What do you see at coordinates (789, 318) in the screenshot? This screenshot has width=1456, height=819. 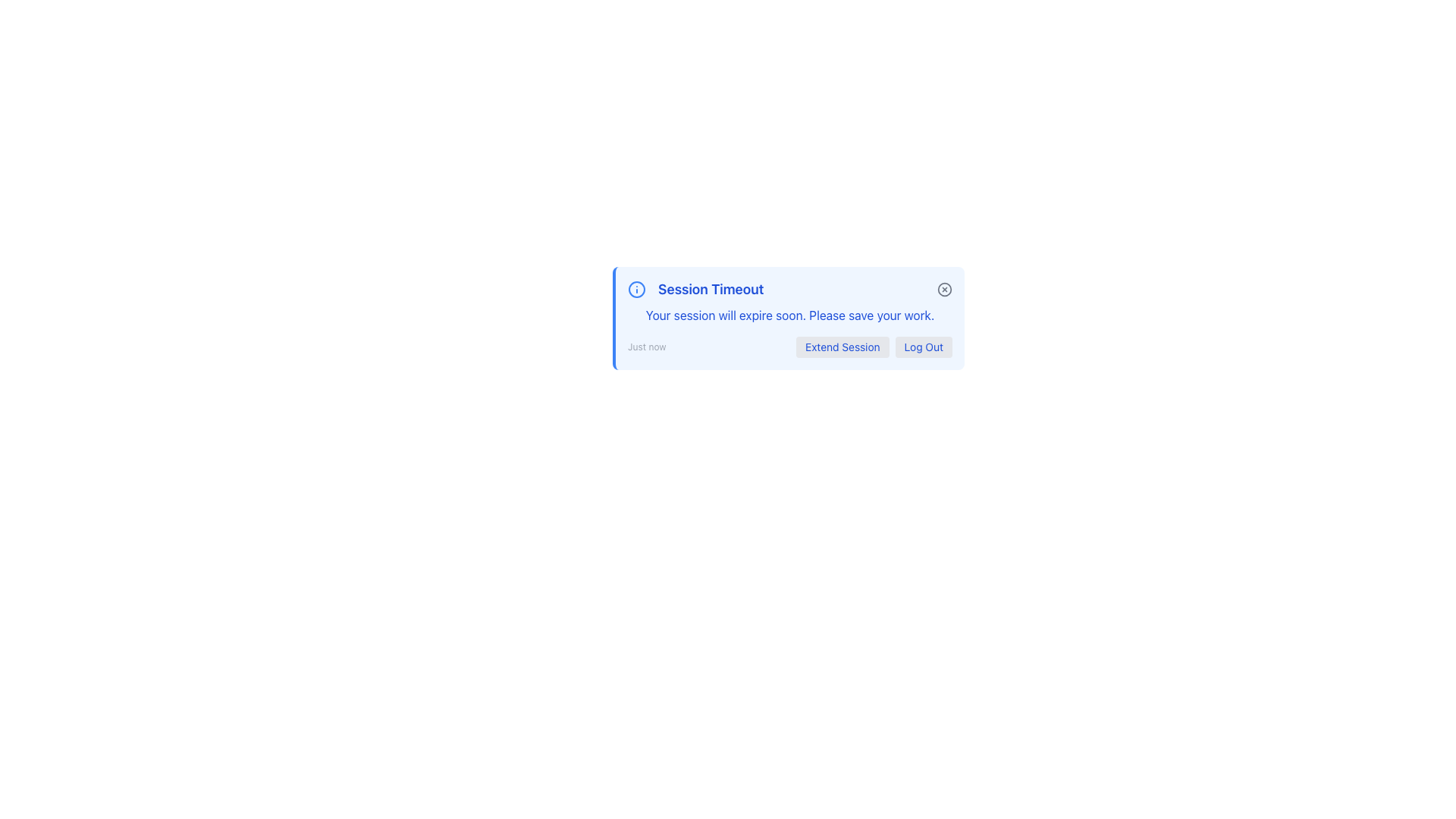 I see `notification message from the Notification box titled 'Session Timeout', which contains details about session expiration and options to 'Extend Session' or 'Log Out'` at bounding box center [789, 318].